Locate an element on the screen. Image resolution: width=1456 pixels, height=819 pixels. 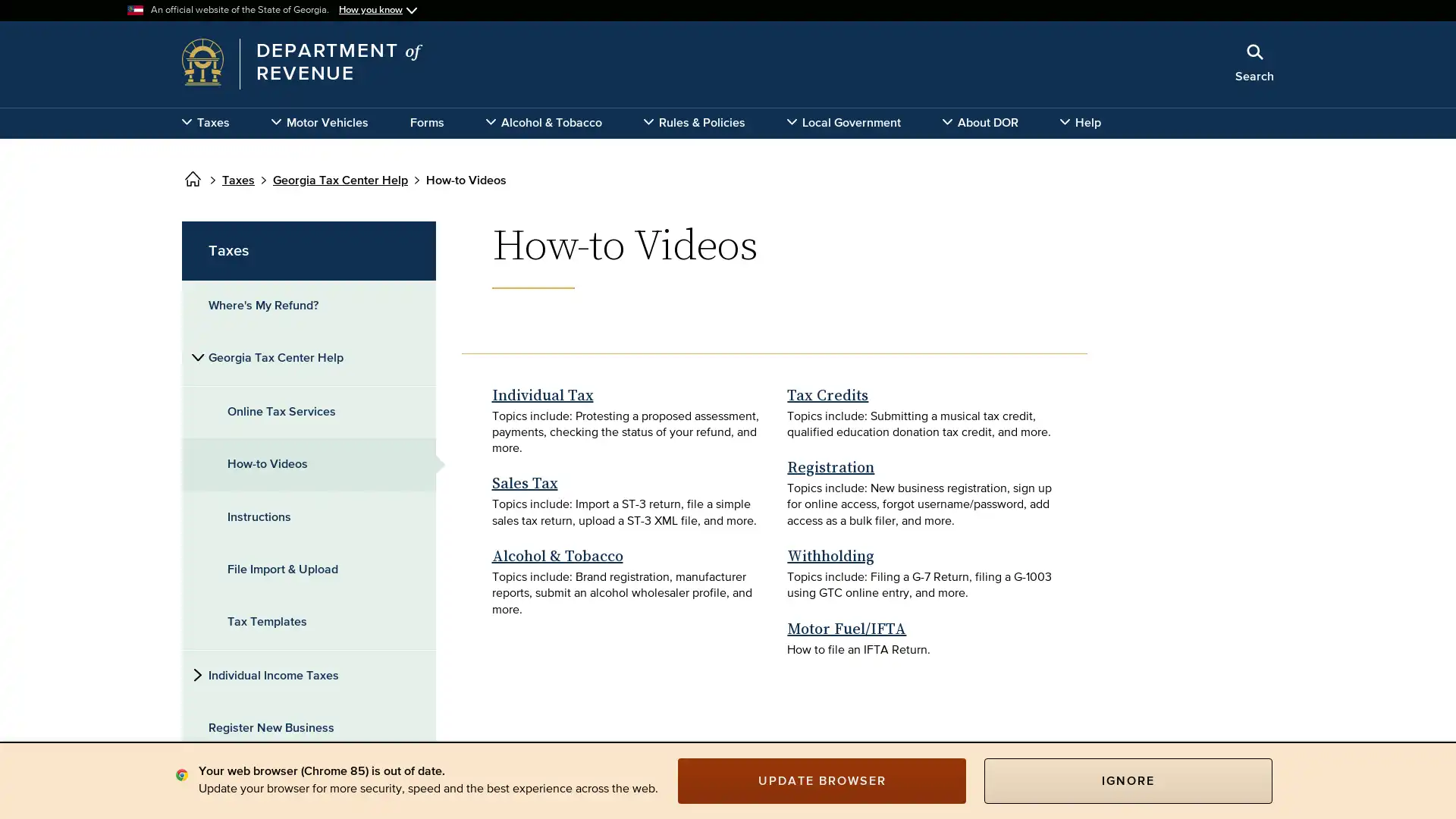
Side subnavigation toggle for 'Georgia Tax Center Help' is located at coordinates (196, 359).